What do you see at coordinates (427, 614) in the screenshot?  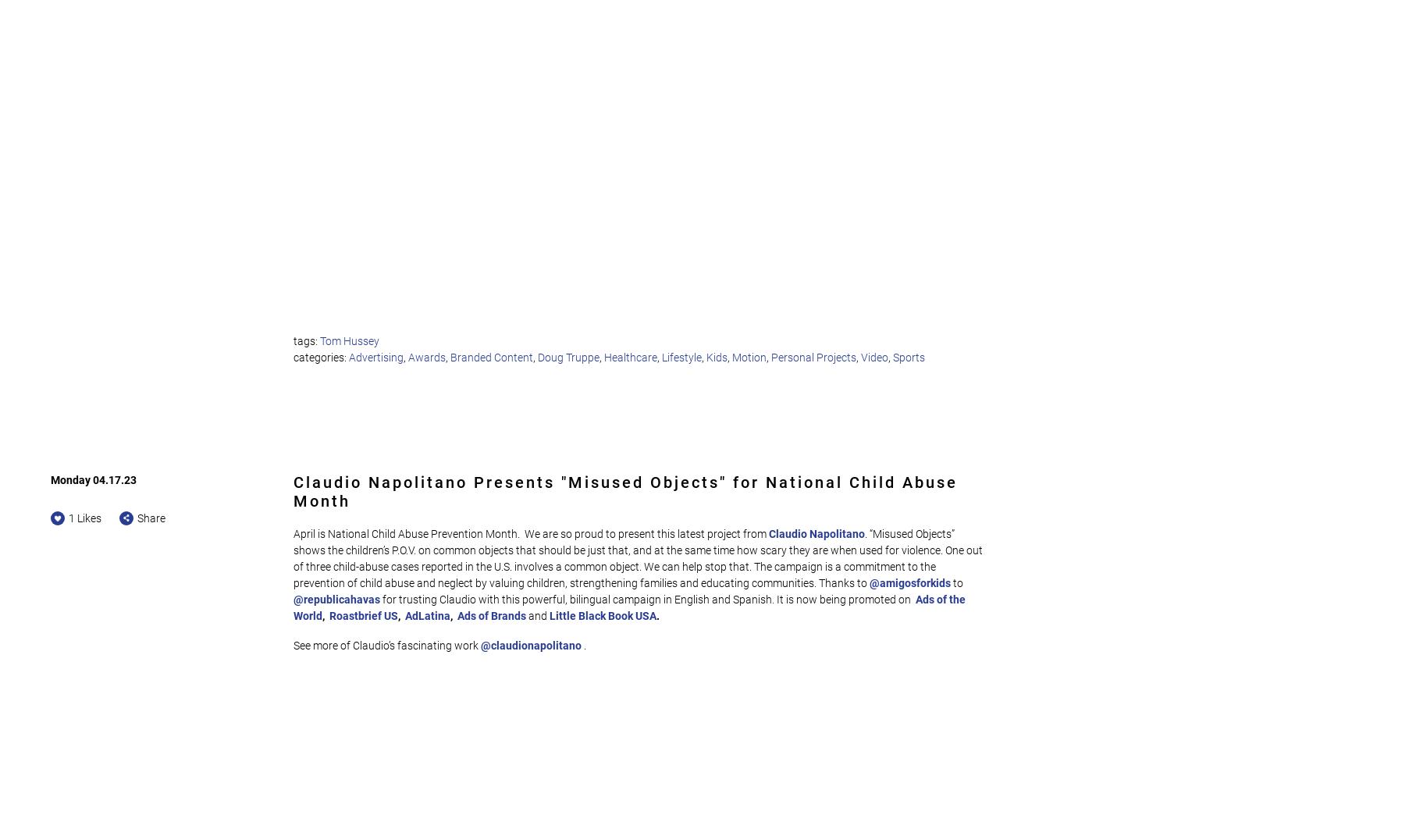 I see `'AdLatina'` at bounding box center [427, 614].